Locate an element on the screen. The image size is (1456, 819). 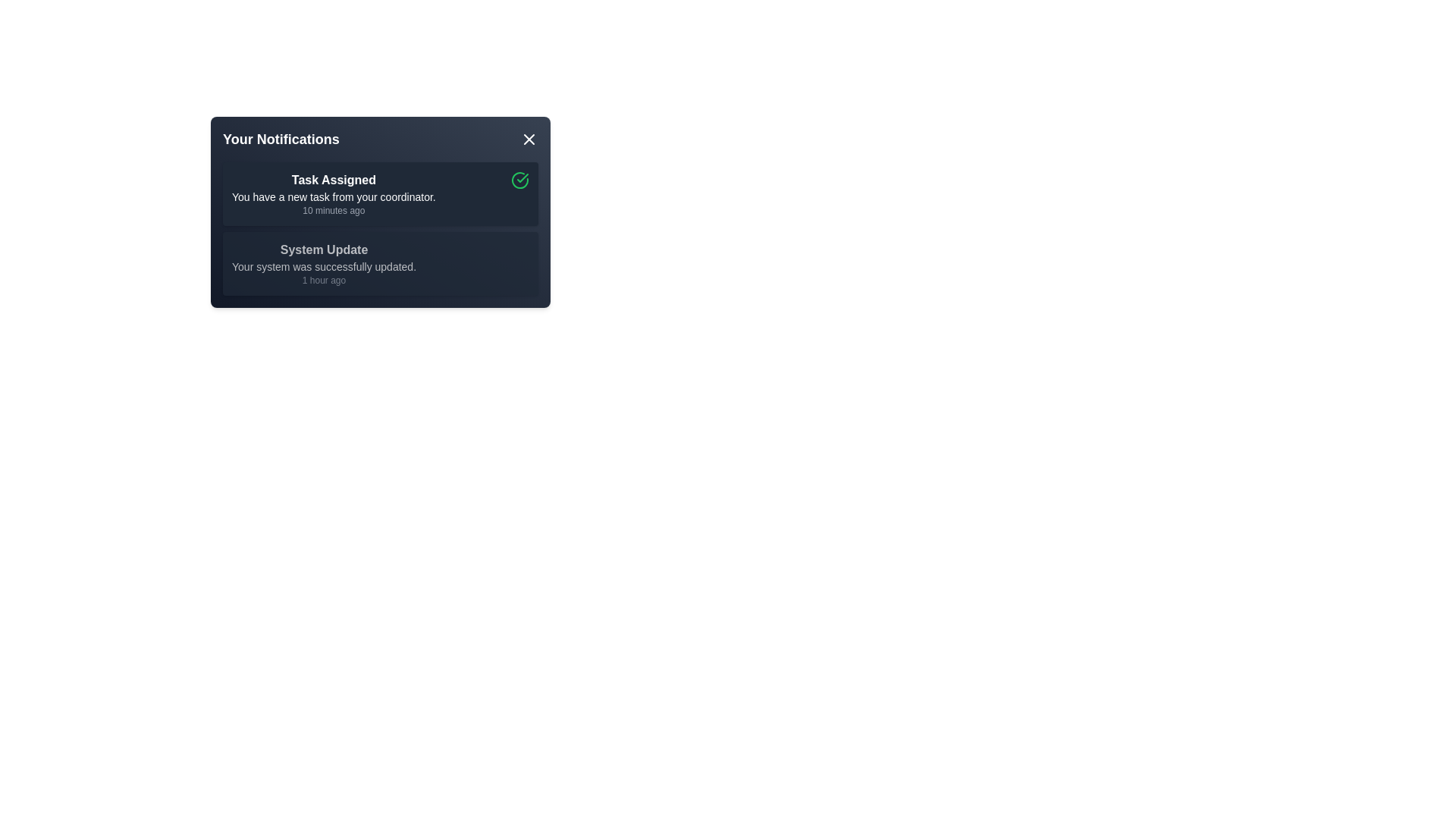
notification text that states 'Your system was successfully updated.' located in the notification card below the heading 'System Update.' is located at coordinates (323, 265).